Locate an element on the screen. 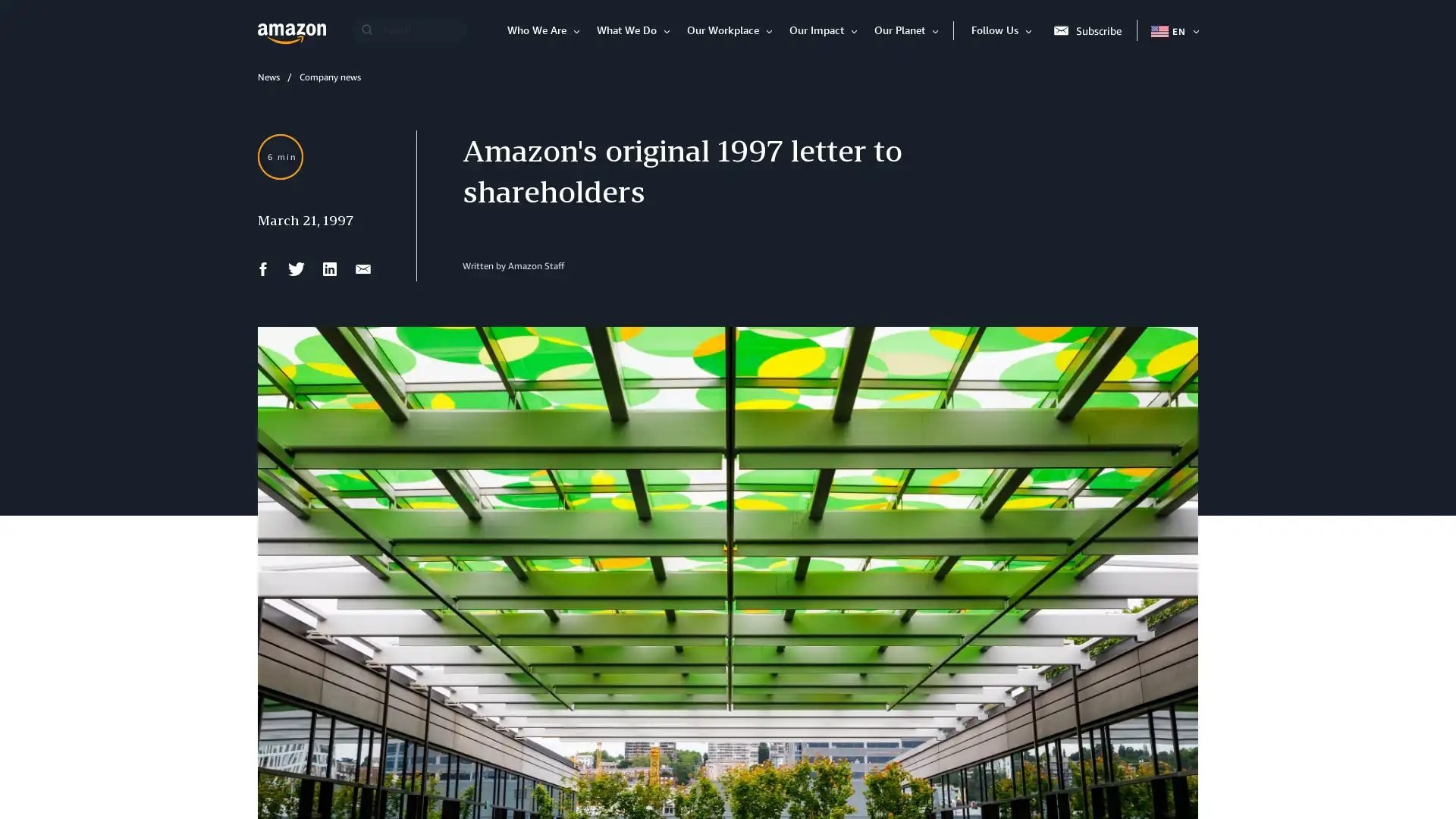 Image resolution: width=1456 pixels, height=819 pixels. OPEN ITEM is located at coordinates (1193, 30).